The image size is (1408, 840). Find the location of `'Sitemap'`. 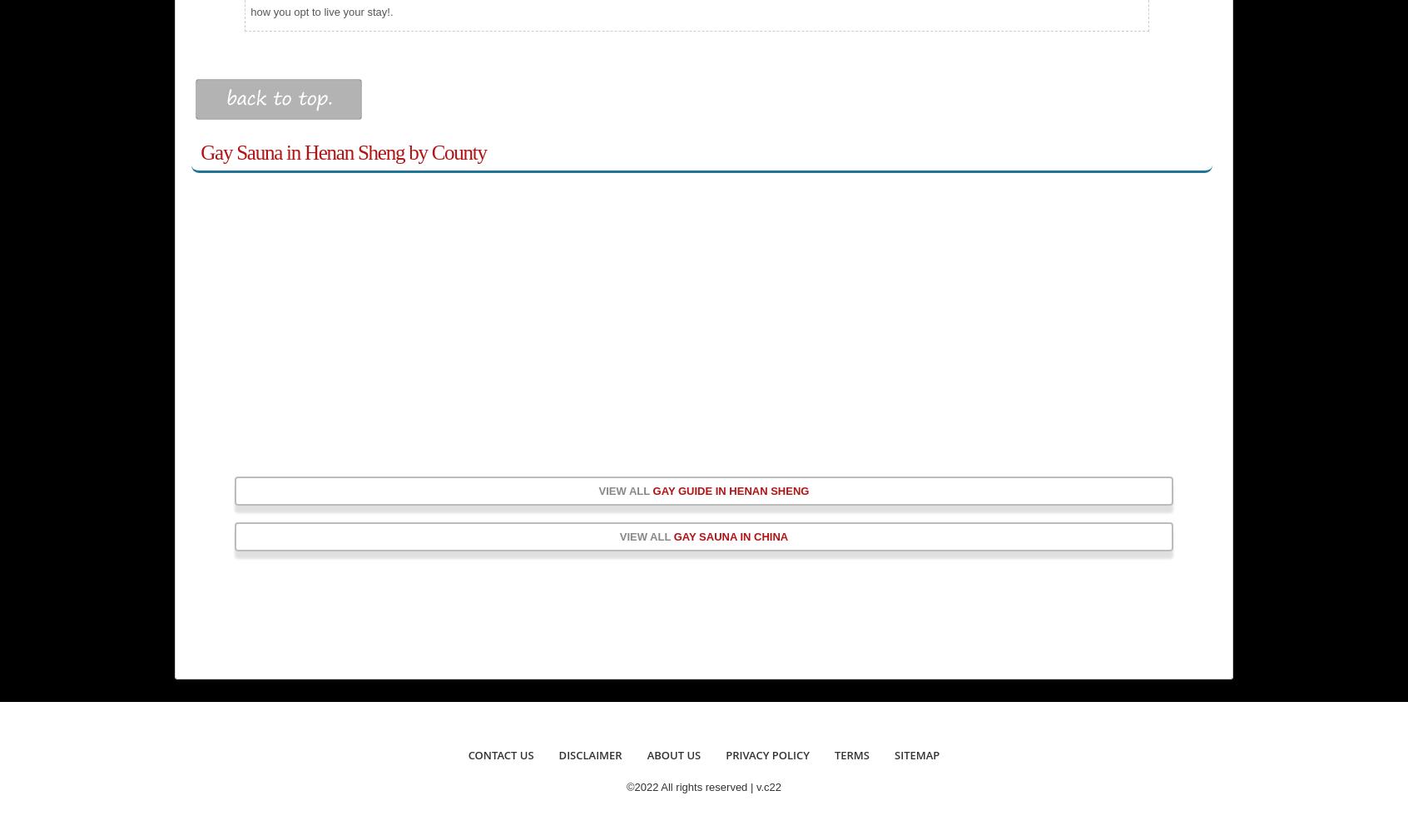

'Sitemap' is located at coordinates (916, 754).